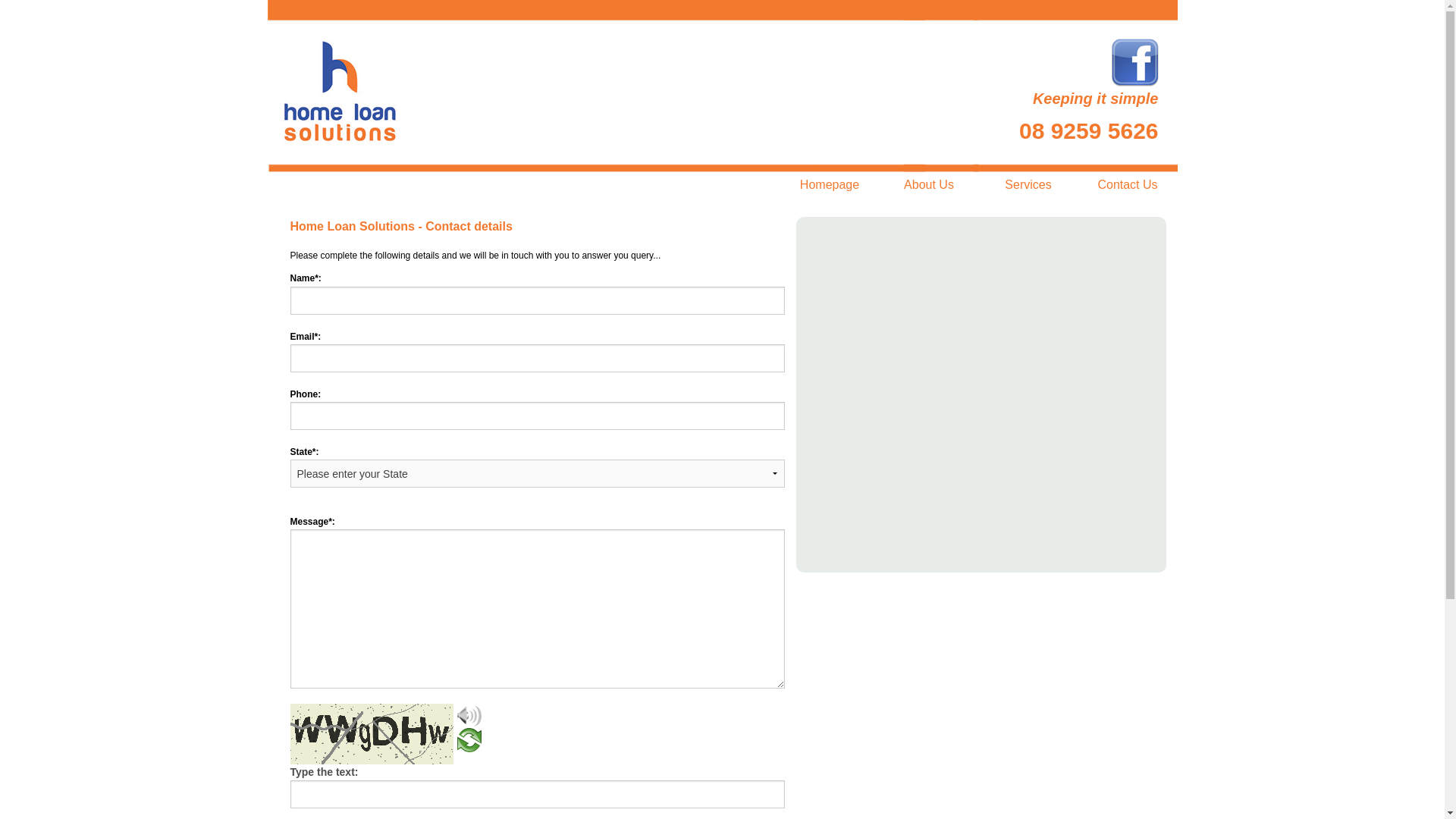 The width and height of the screenshot is (1456, 819). Describe the element at coordinates (928, 184) in the screenshot. I see `'About Us'` at that location.